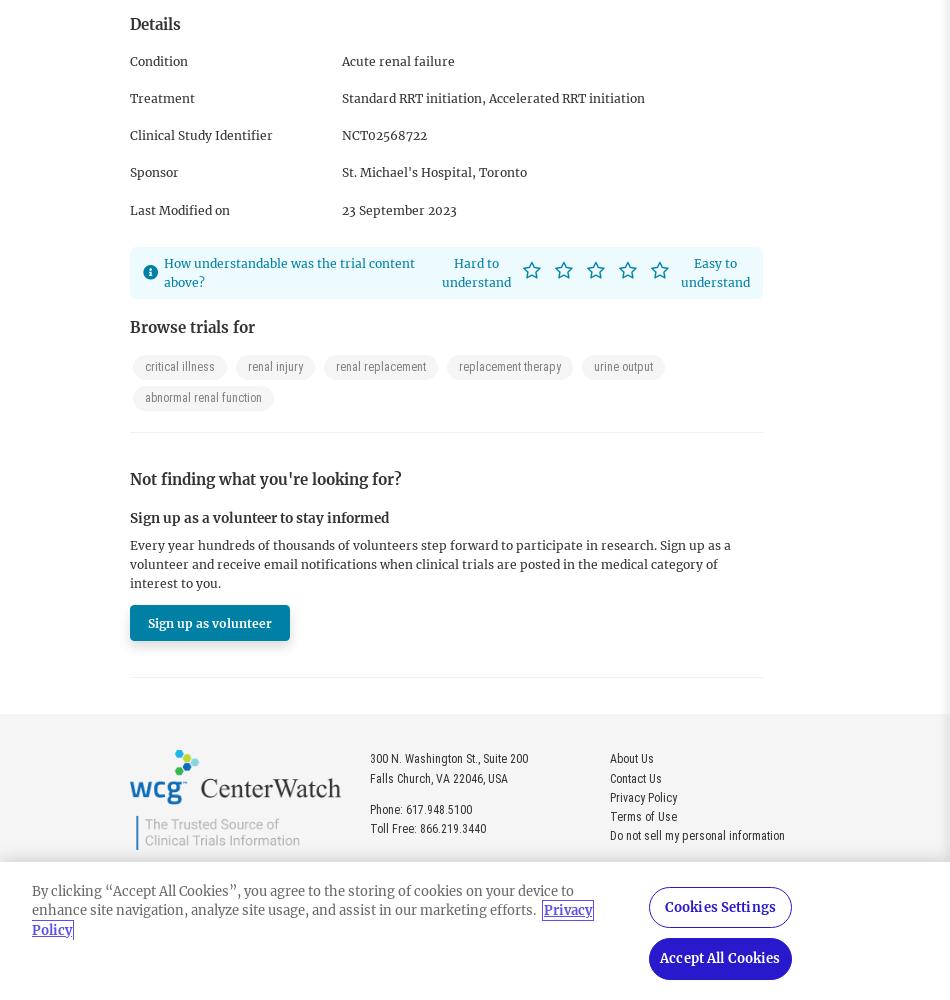 Image resolution: width=950 pixels, height=1000 pixels. What do you see at coordinates (713, 272) in the screenshot?
I see `'Easy to understand'` at bounding box center [713, 272].